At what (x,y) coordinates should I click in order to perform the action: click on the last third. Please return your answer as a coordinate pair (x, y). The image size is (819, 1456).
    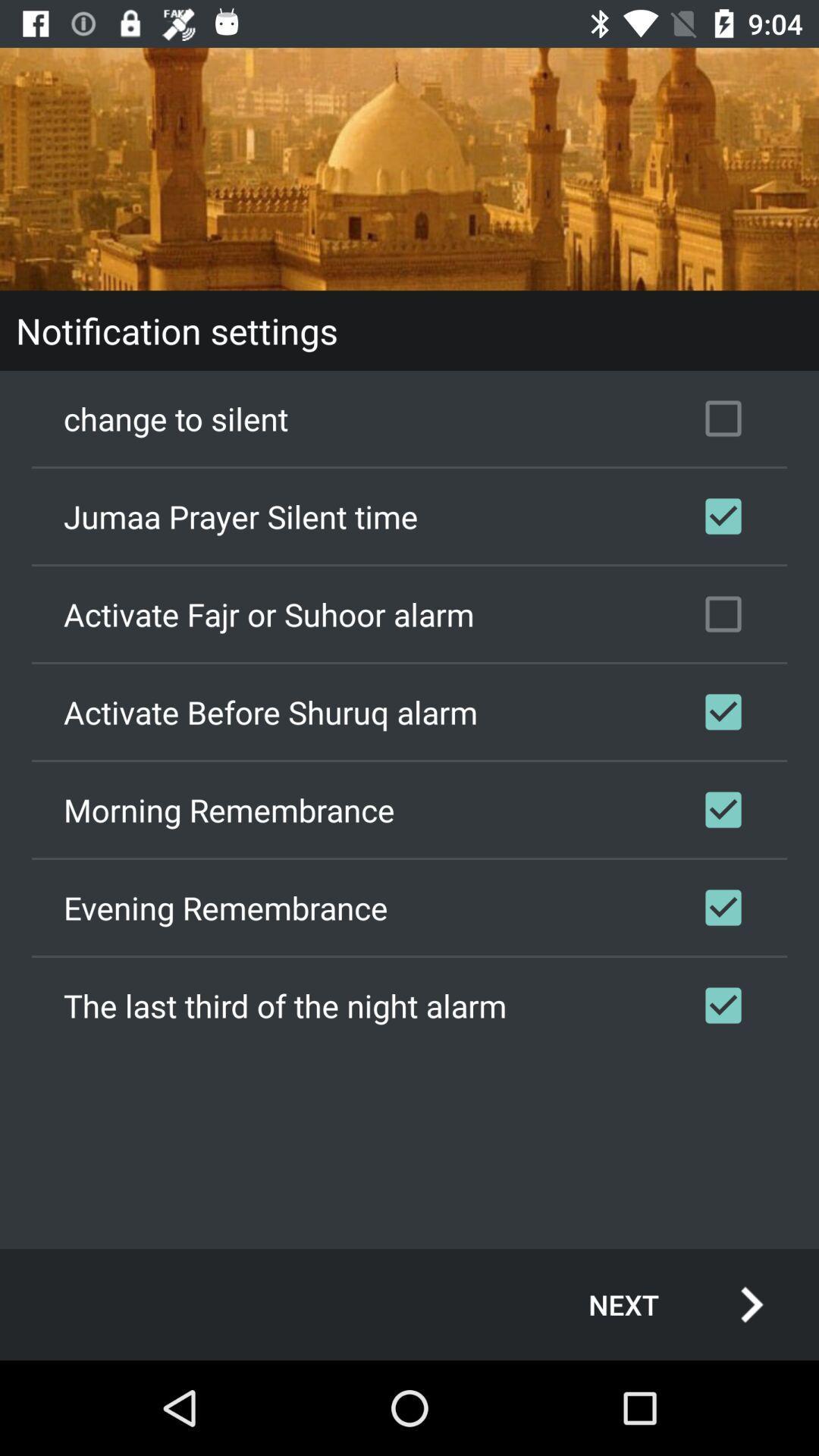
    Looking at the image, I should click on (409, 1005).